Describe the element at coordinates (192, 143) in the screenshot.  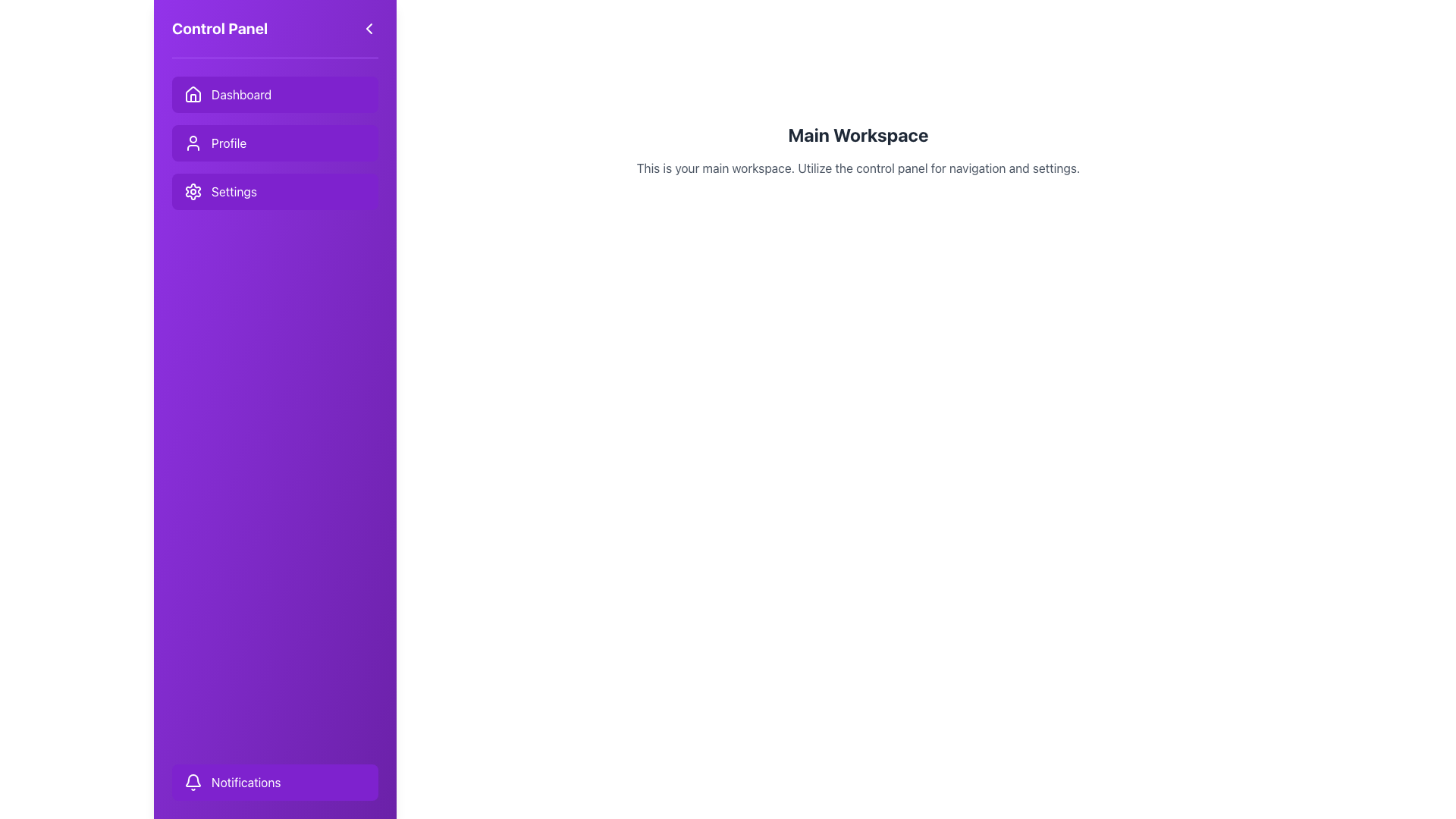
I see `the 'Profile' button icon located on the left sidebar of the application, situated between the 'Dashboard' and 'Settings' buttons` at that location.